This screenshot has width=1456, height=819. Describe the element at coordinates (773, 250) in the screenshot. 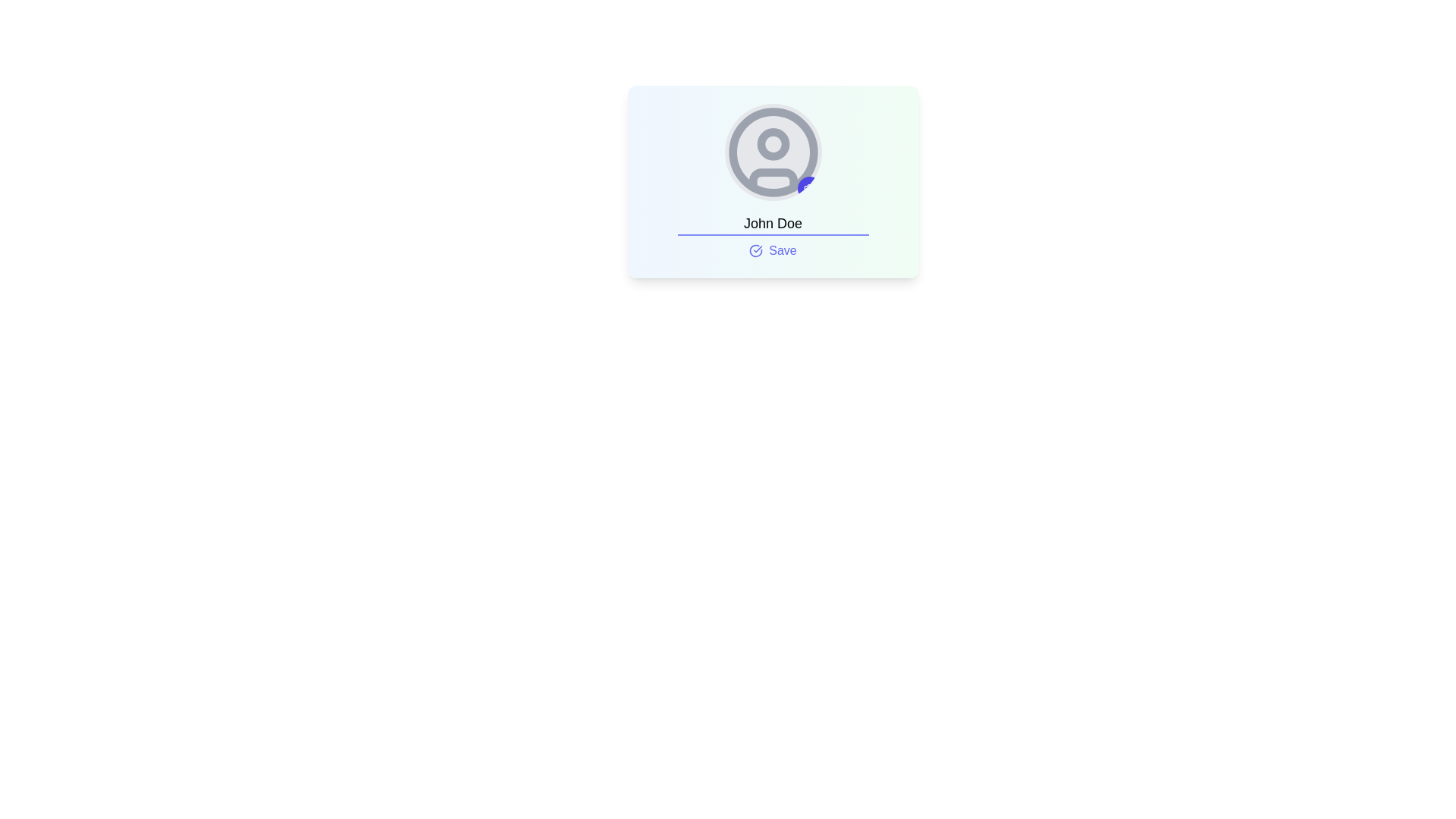

I see `the save Button located below the text field displaying 'John Doe'` at that location.